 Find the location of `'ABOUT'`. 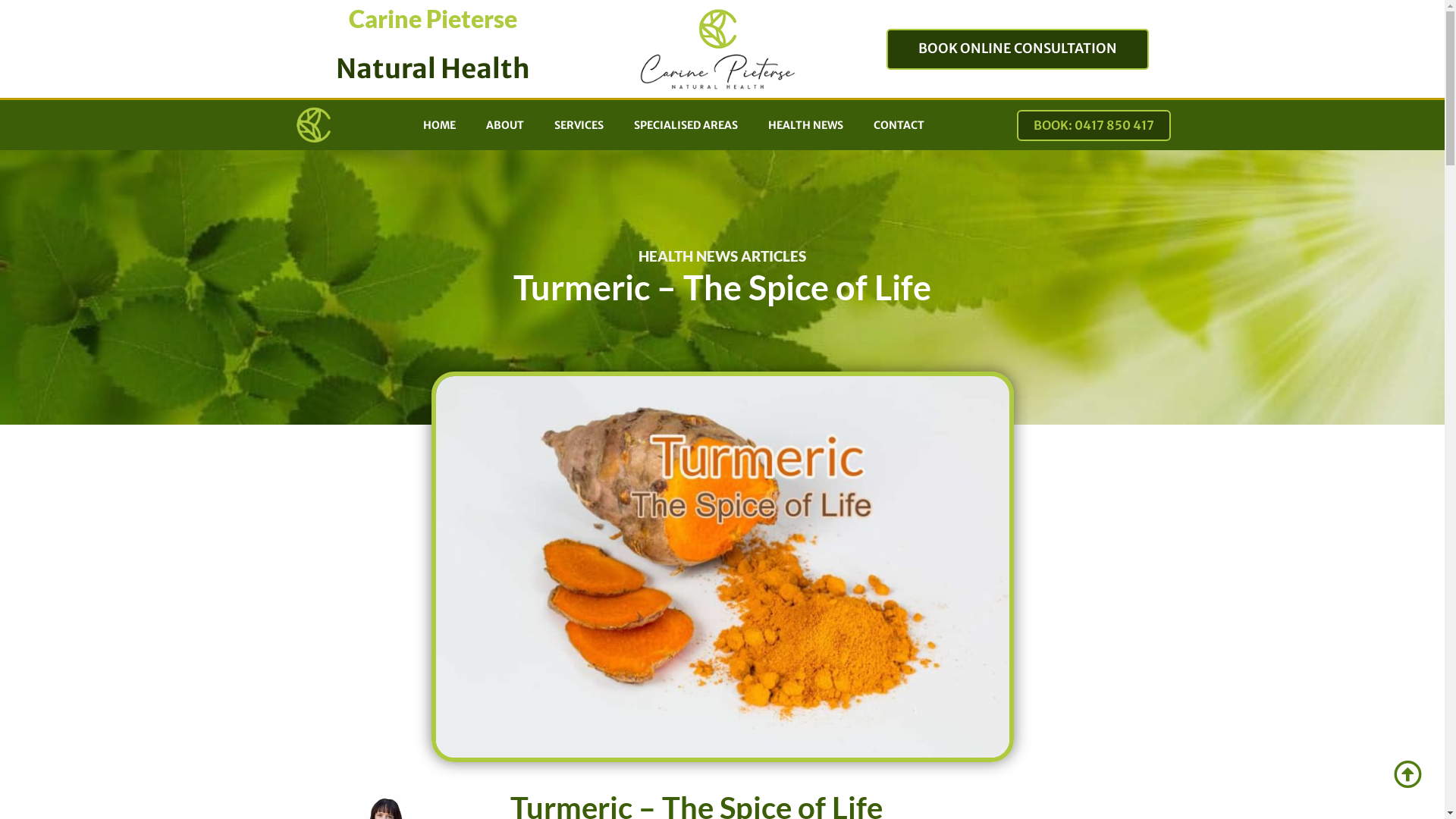

'ABOUT' is located at coordinates (505, 124).